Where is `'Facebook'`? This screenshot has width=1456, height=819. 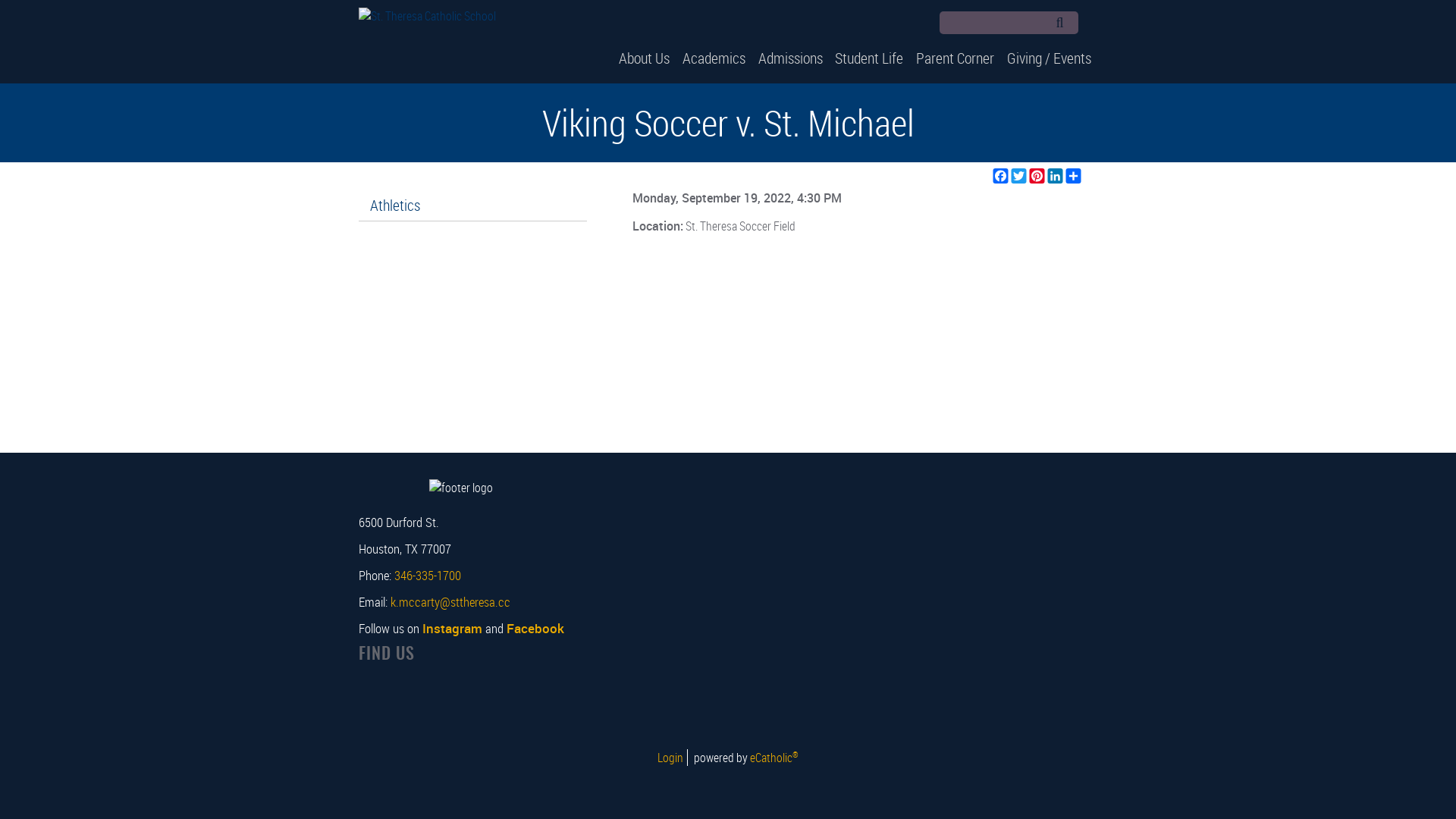
'Facebook' is located at coordinates (1001, 174).